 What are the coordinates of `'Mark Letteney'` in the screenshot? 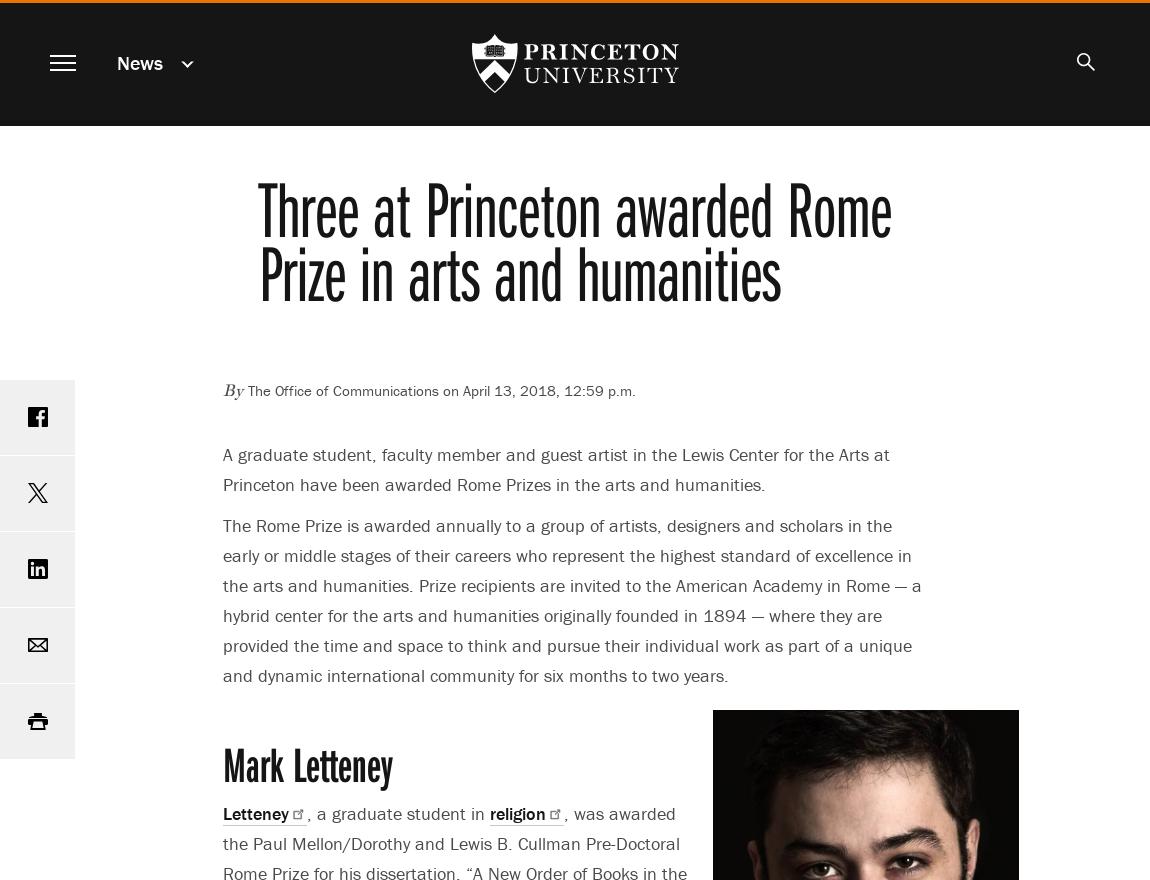 It's located at (307, 763).